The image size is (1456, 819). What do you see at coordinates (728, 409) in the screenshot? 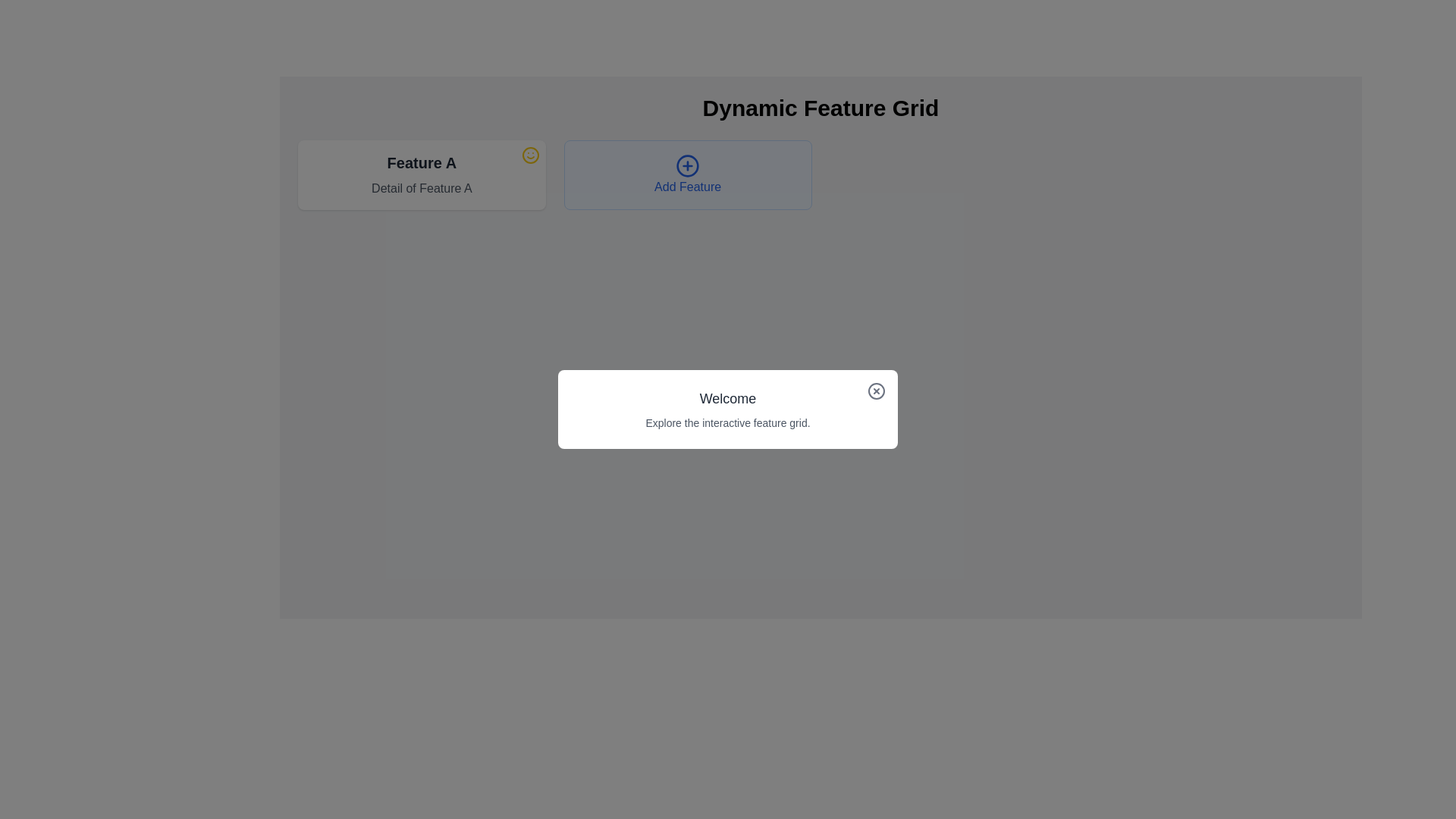
I see `the modal dialog with the heading 'Welcome' that contains the text 'Explore the interactive feature grid.'` at bounding box center [728, 409].